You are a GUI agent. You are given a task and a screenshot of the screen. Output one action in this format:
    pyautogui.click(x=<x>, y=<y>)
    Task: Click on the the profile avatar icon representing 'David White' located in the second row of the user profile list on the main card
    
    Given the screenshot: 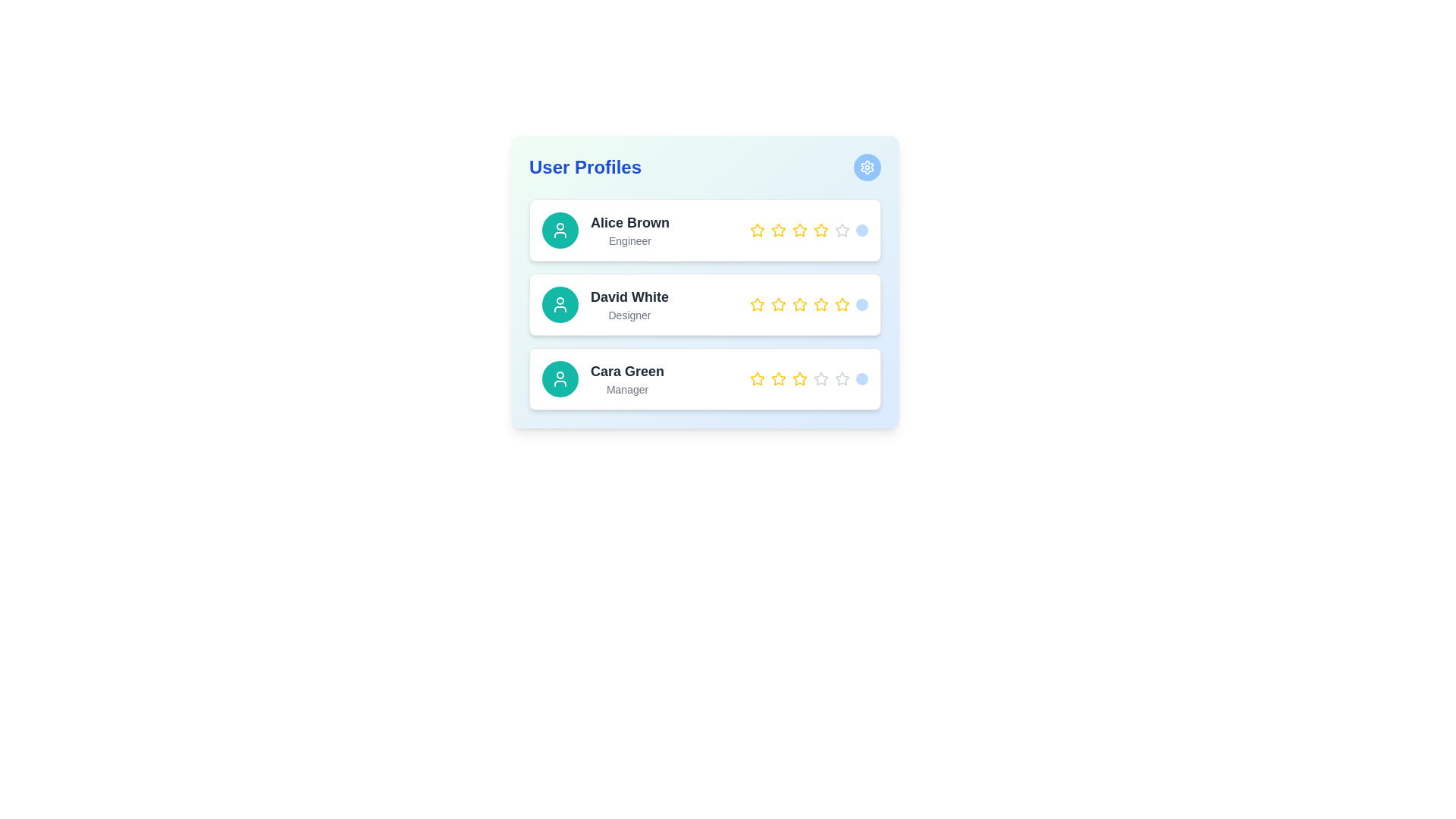 What is the action you would take?
    pyautogui.click(x=560, y=304)
    